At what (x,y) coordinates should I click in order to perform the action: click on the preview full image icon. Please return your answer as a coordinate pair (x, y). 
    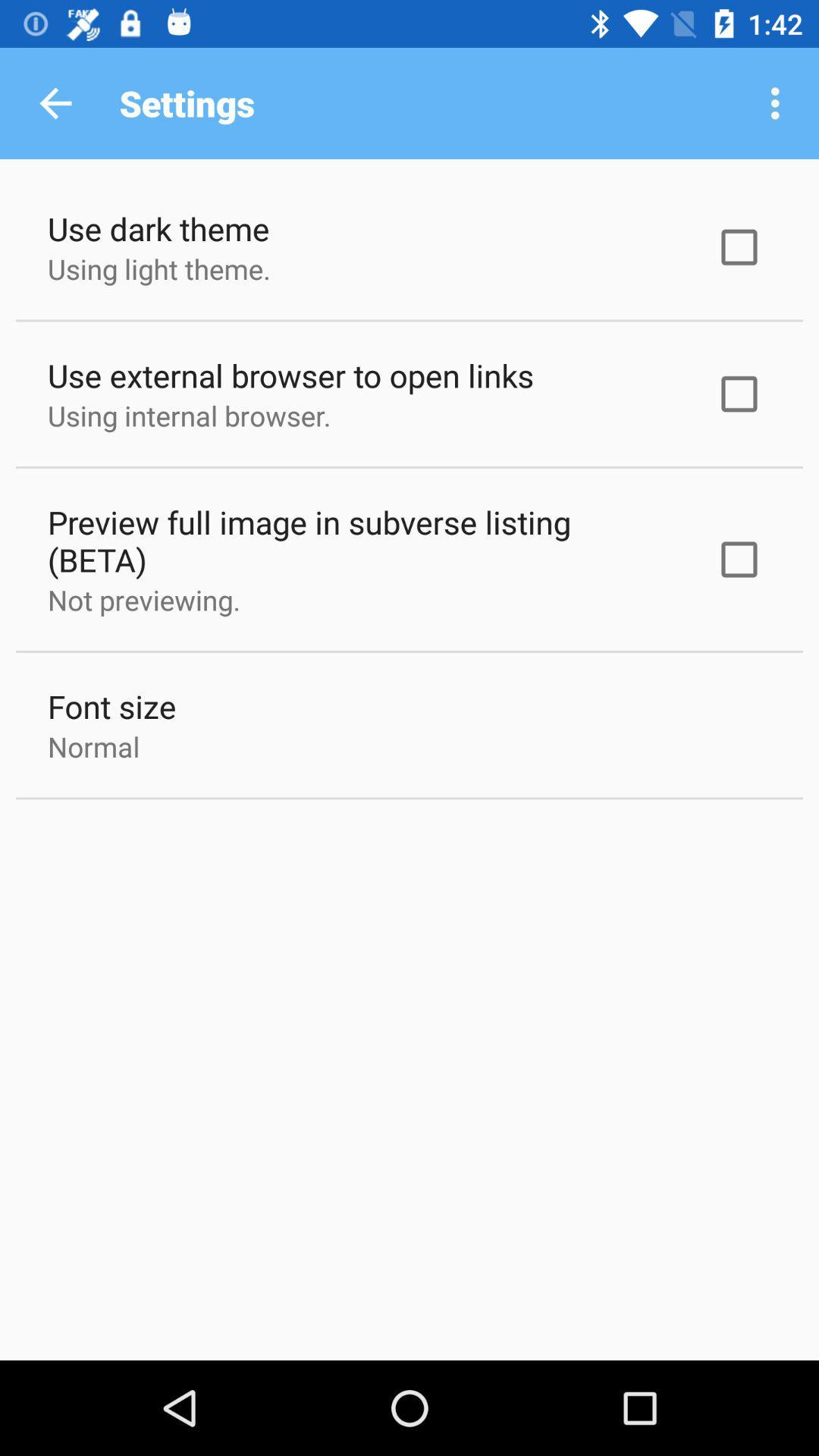
    Looking at the image, I should click on (362, 541).